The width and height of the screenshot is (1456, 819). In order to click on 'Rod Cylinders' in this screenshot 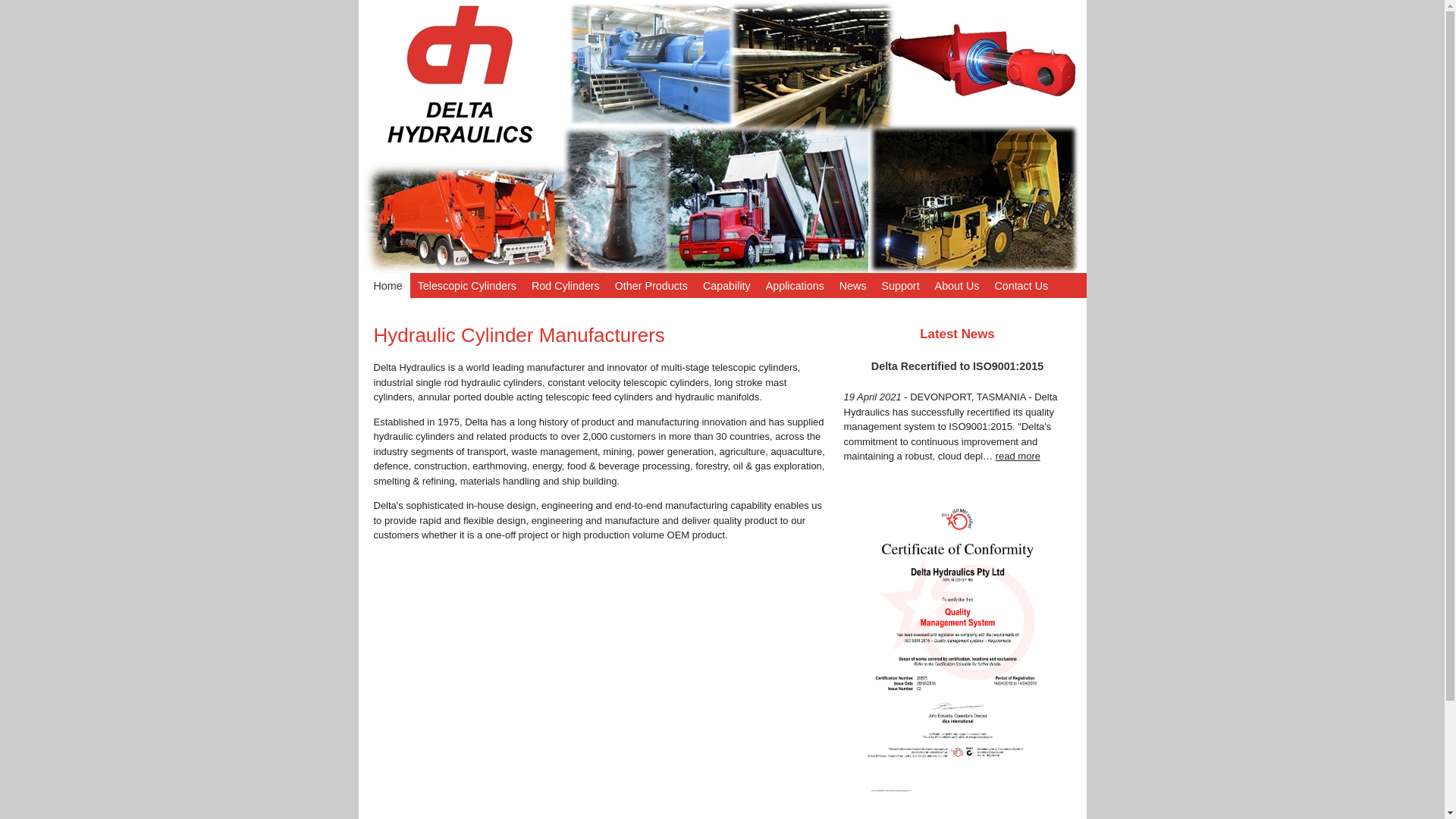, I will do `click(564, 285)`.